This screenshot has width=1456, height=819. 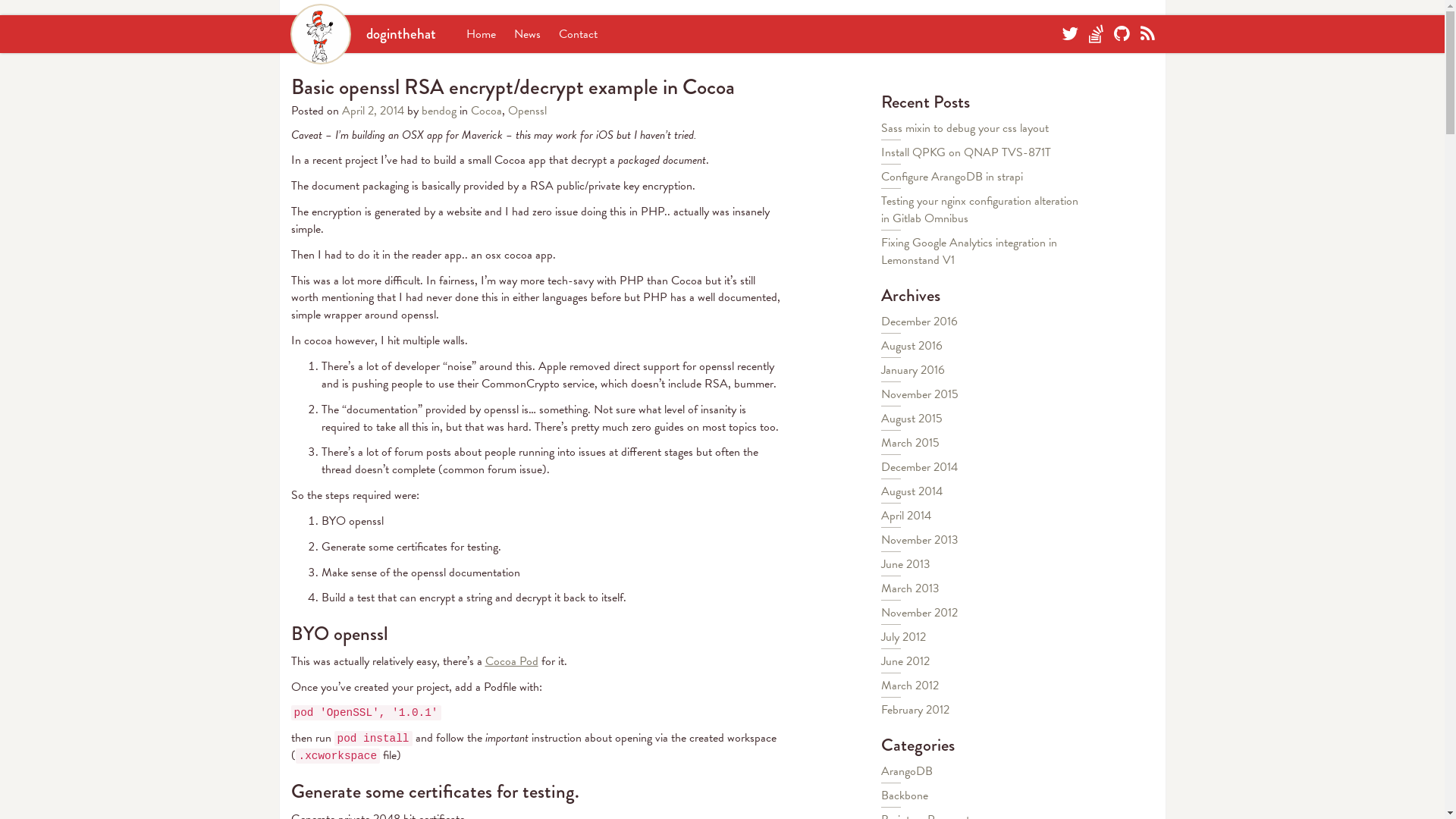 I want to click on 'March 2012', so click(x=910, y=685).